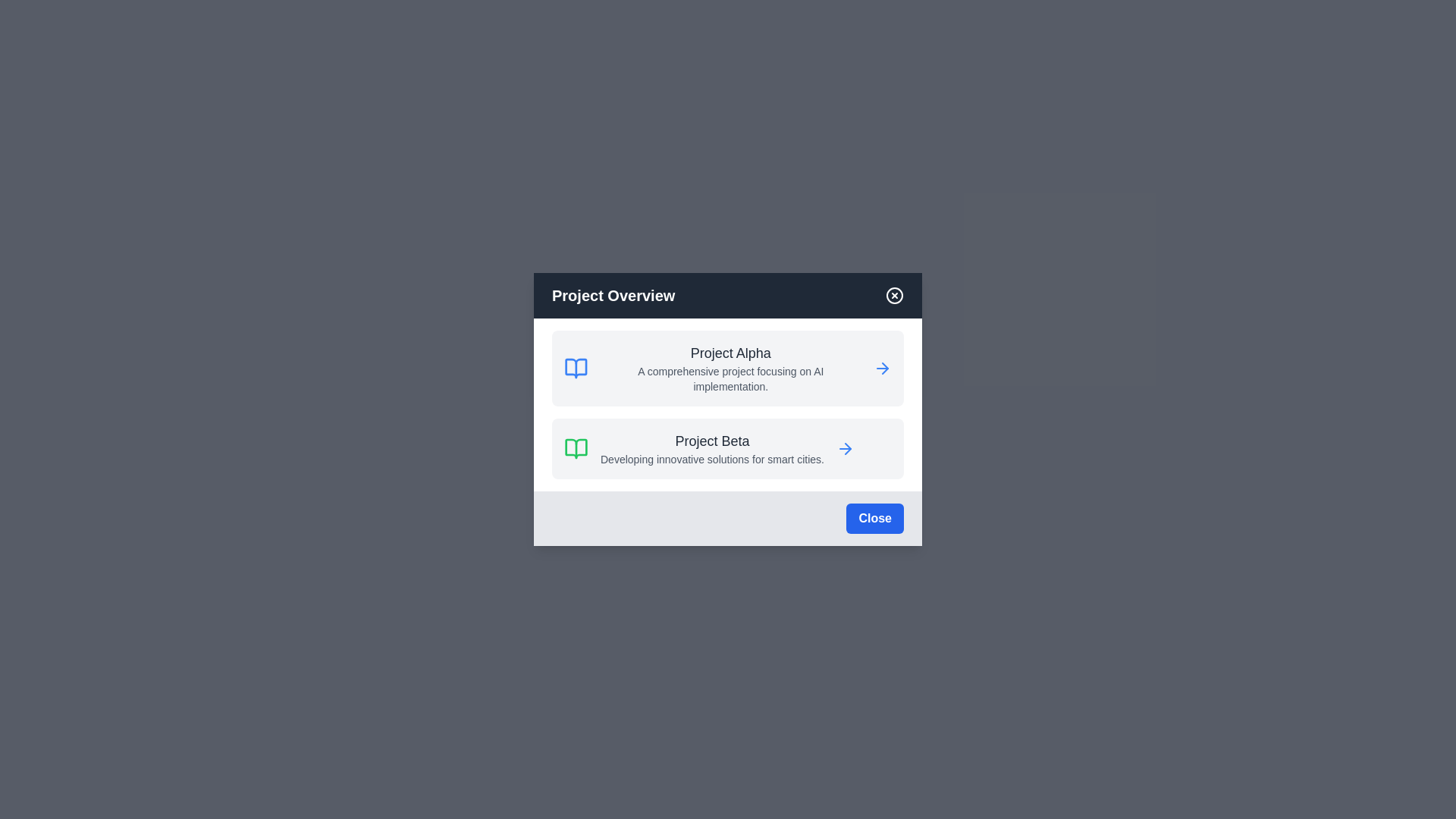 The image size is (1456, 819). I want to click on the project icon for Project Alpha, so click(574, 369).